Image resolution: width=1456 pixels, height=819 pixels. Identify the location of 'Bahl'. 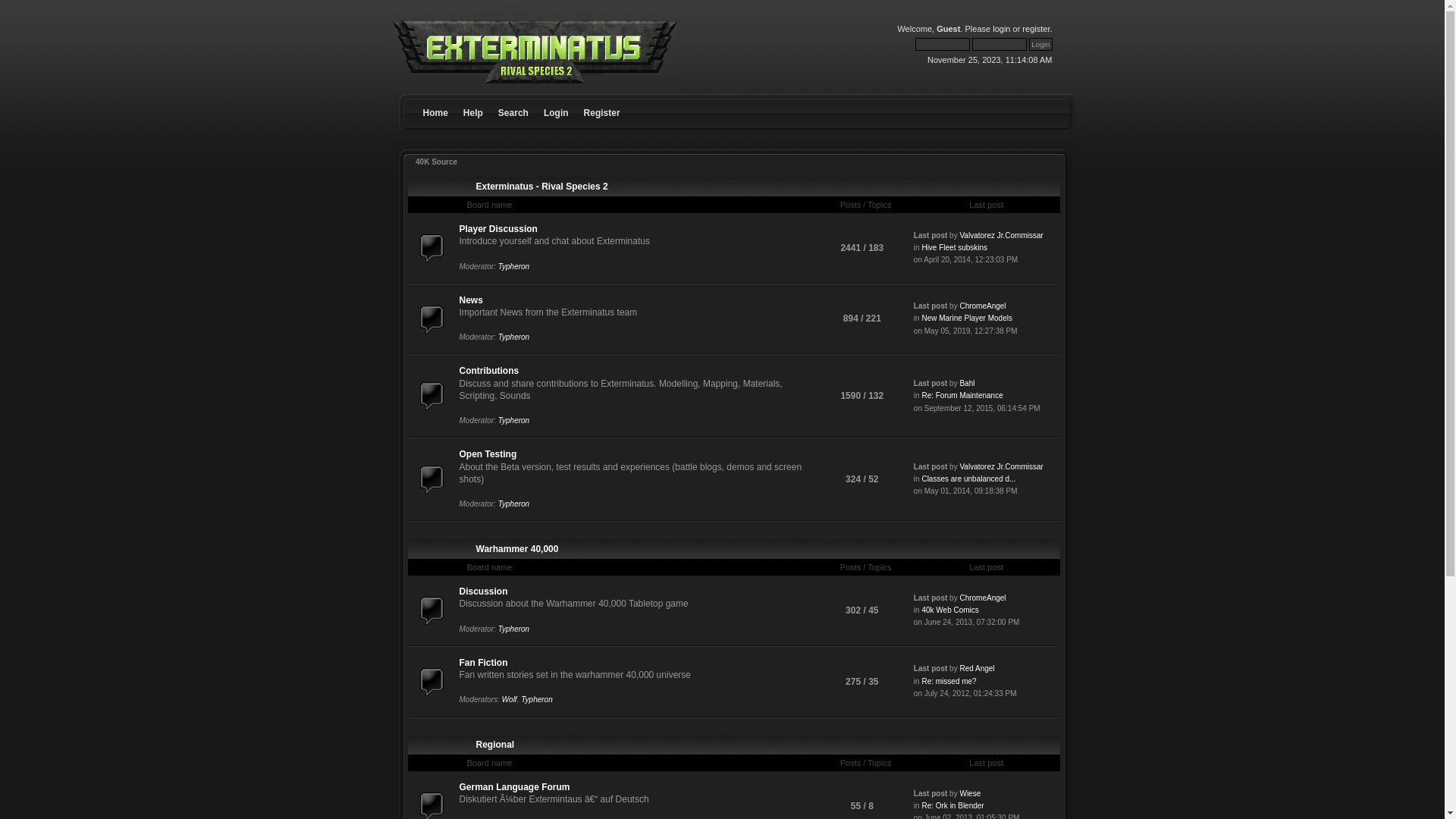
(966, 382).